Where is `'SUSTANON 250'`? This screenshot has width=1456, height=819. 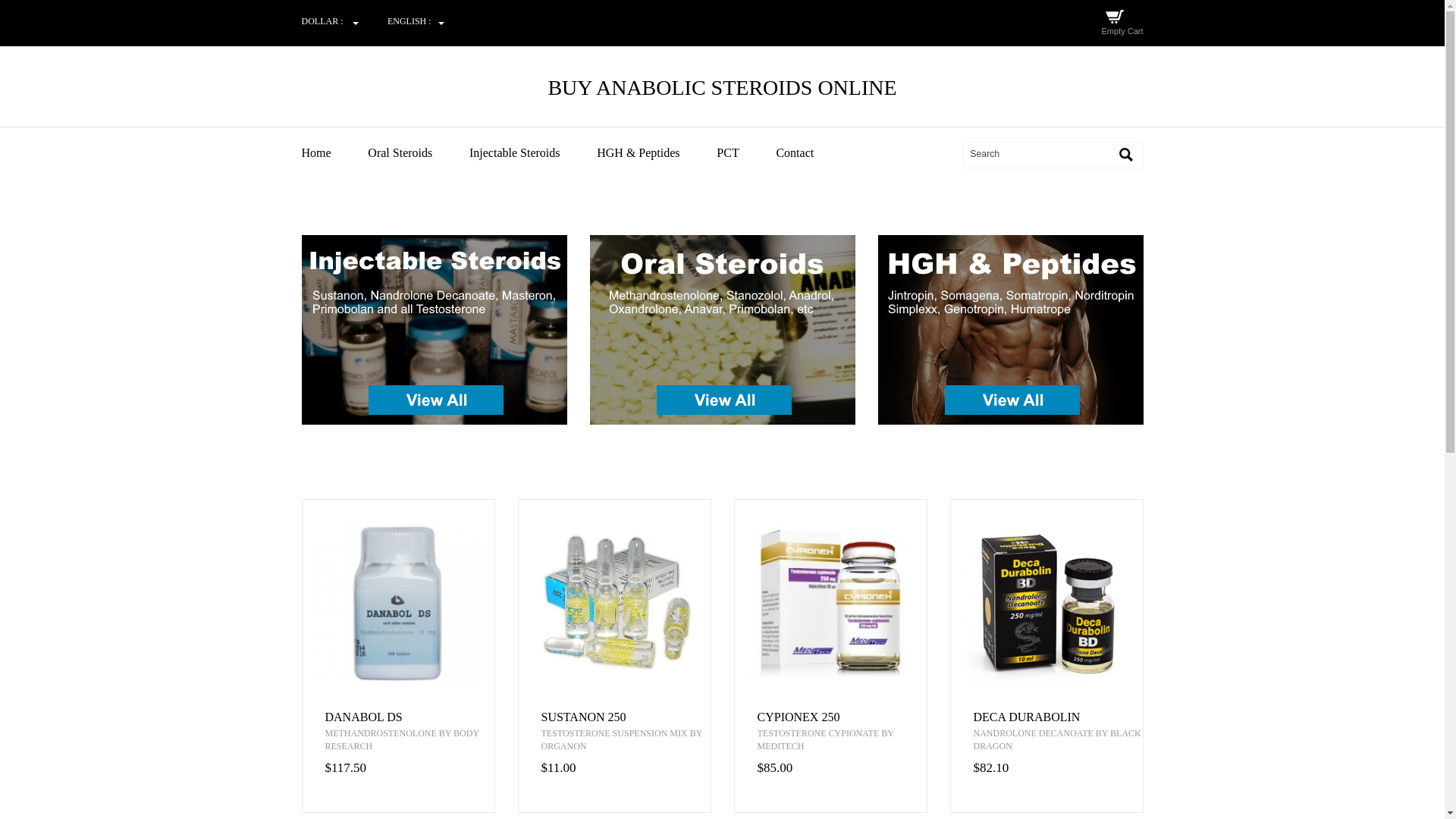
'SUSTANON 250' is located at coordinates (541, 717).